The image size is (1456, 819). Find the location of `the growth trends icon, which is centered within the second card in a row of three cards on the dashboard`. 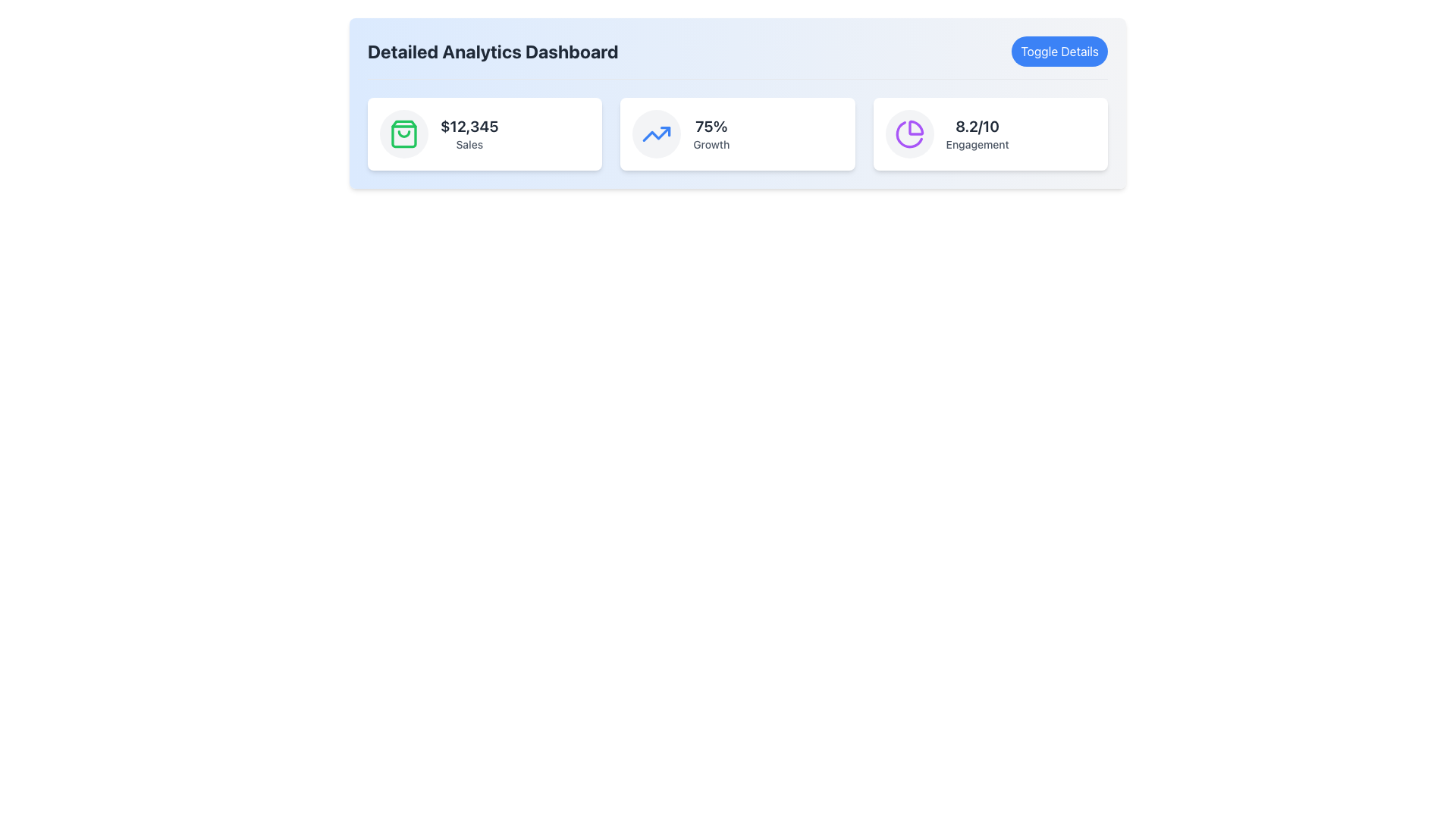

the growth trends icon, which is centered within the second card in a row of three cards on the dashboard is located at coordinates (657, 133).